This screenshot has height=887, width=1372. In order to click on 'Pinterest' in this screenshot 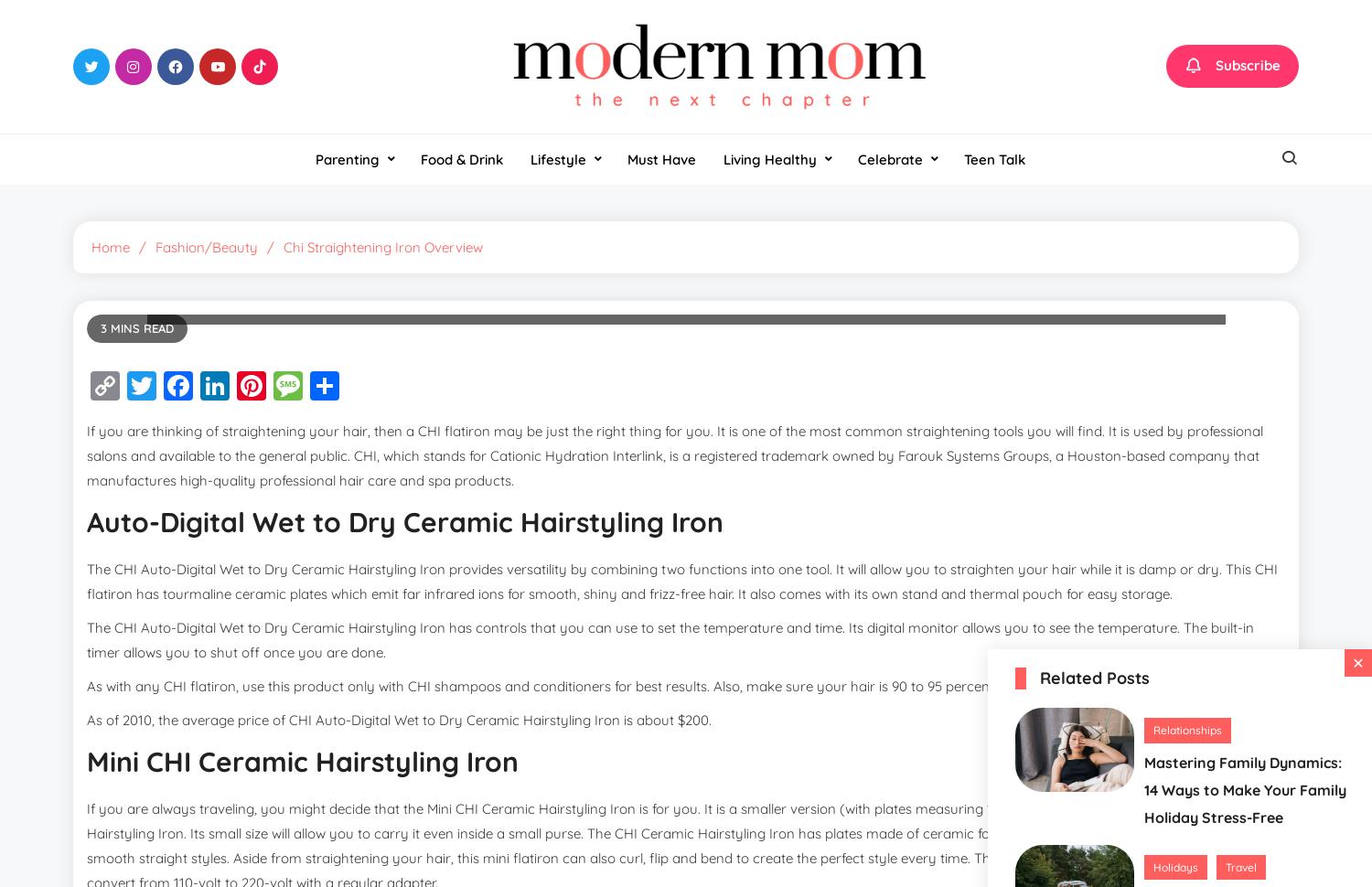, I will do `click(324, 386)`.